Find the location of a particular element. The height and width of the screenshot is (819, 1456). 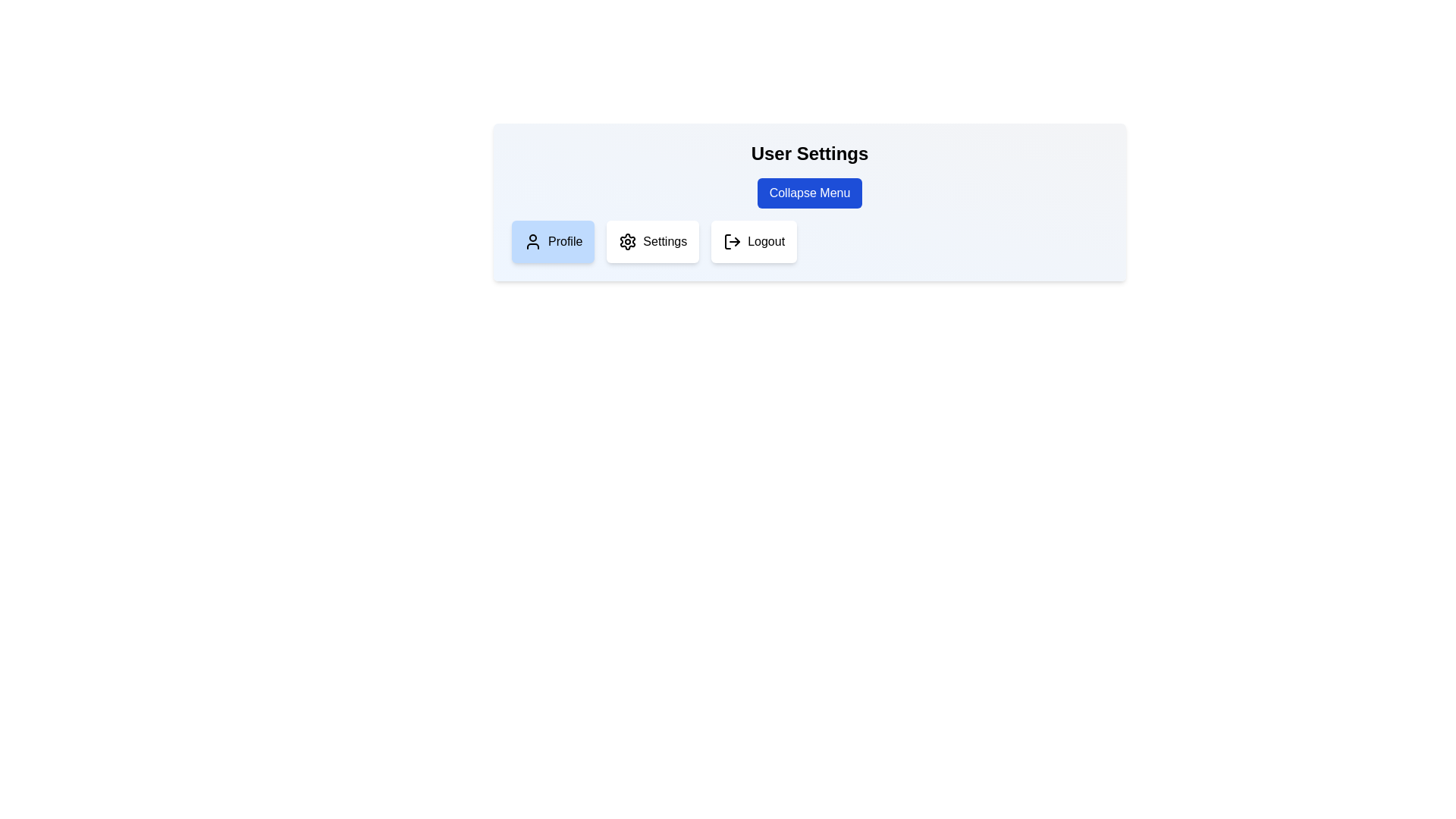

the Logout icon to interact with it is located at coordinates (732, 241).